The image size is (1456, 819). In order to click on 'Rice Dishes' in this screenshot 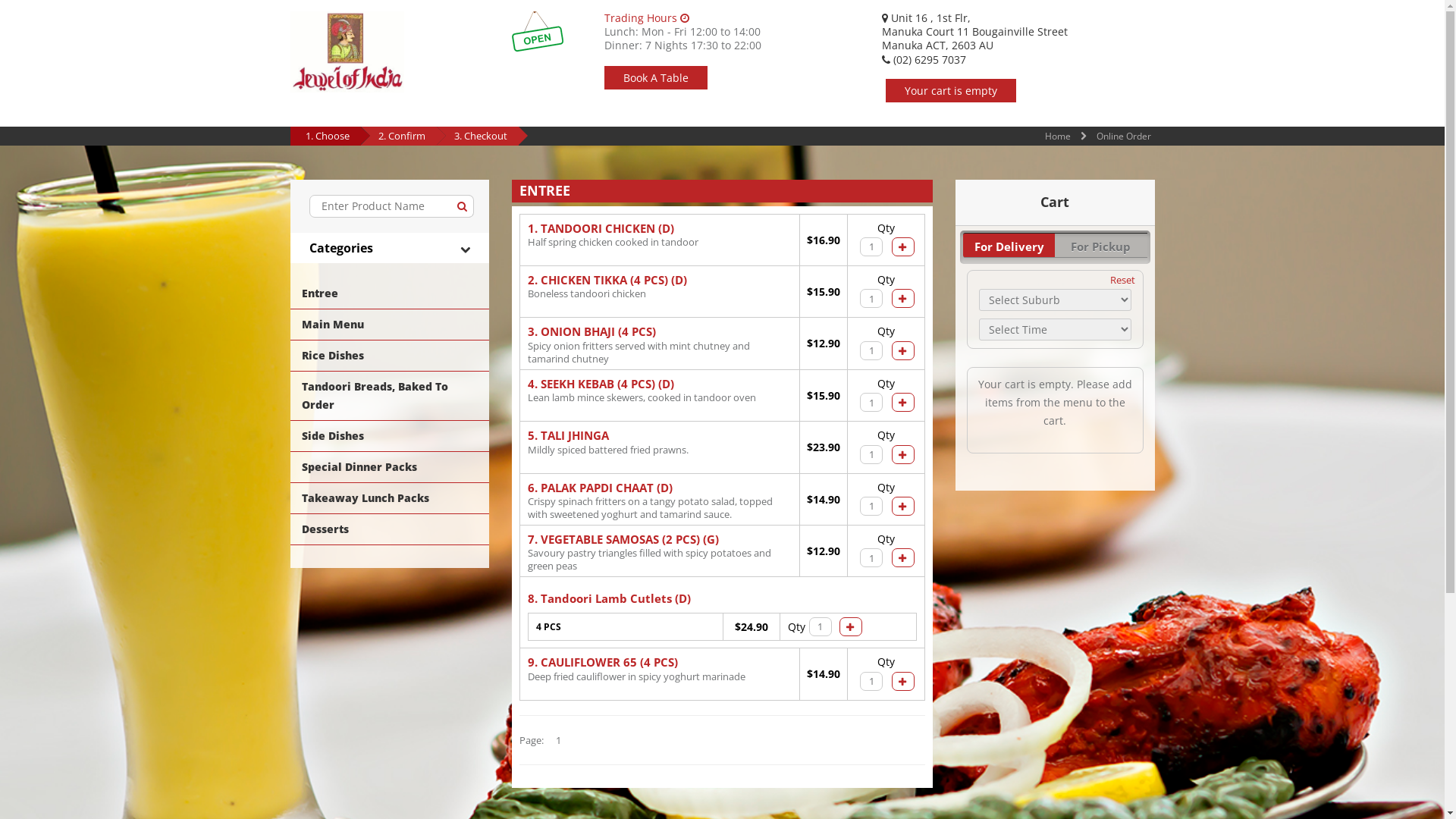, I will do `click(389, 356)`.